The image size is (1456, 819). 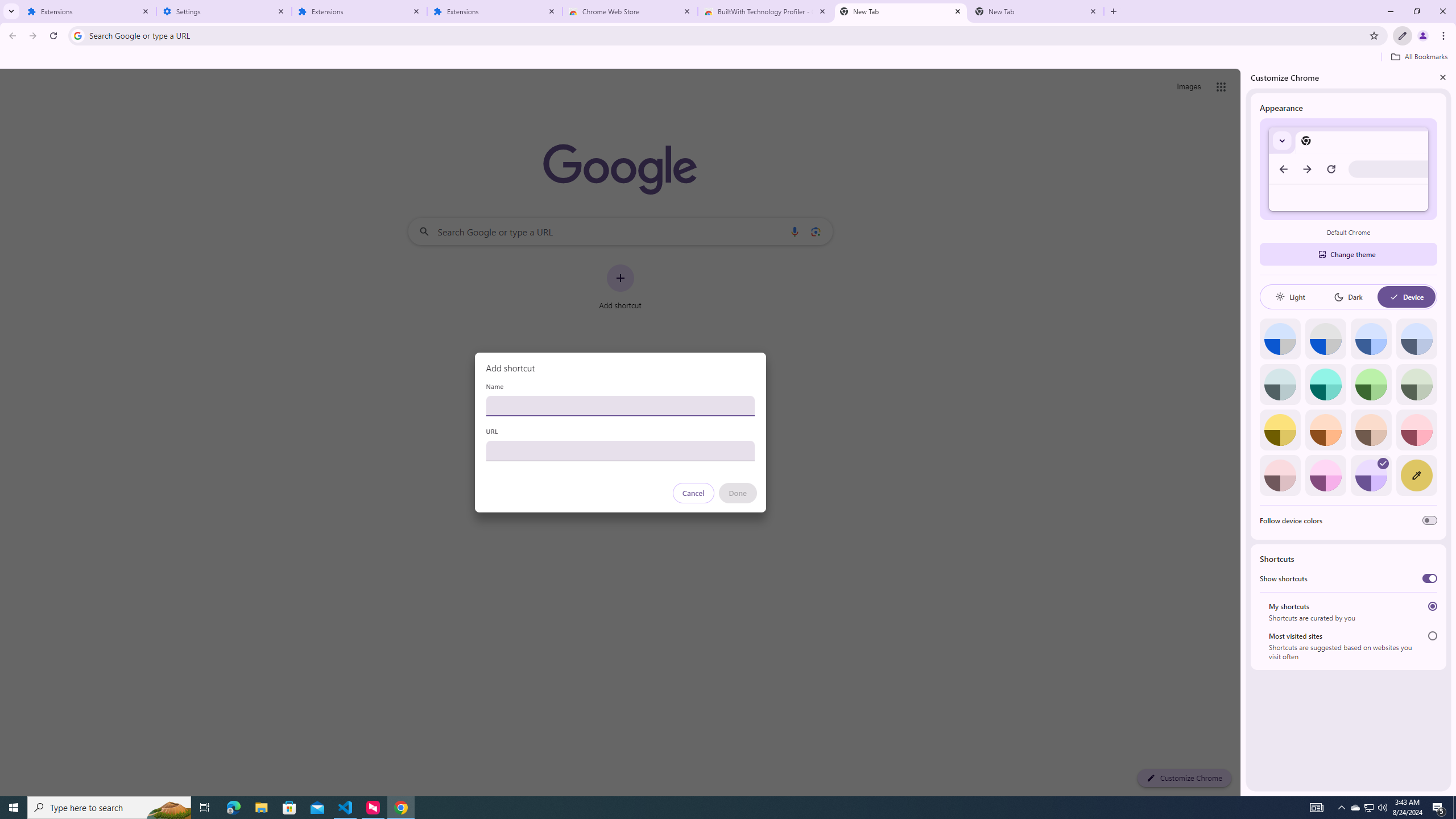 What do you see at coordinates (1429, 578) in the screenshot?
I see `'Show shortcuts'` at bounding box center [1429, 578].